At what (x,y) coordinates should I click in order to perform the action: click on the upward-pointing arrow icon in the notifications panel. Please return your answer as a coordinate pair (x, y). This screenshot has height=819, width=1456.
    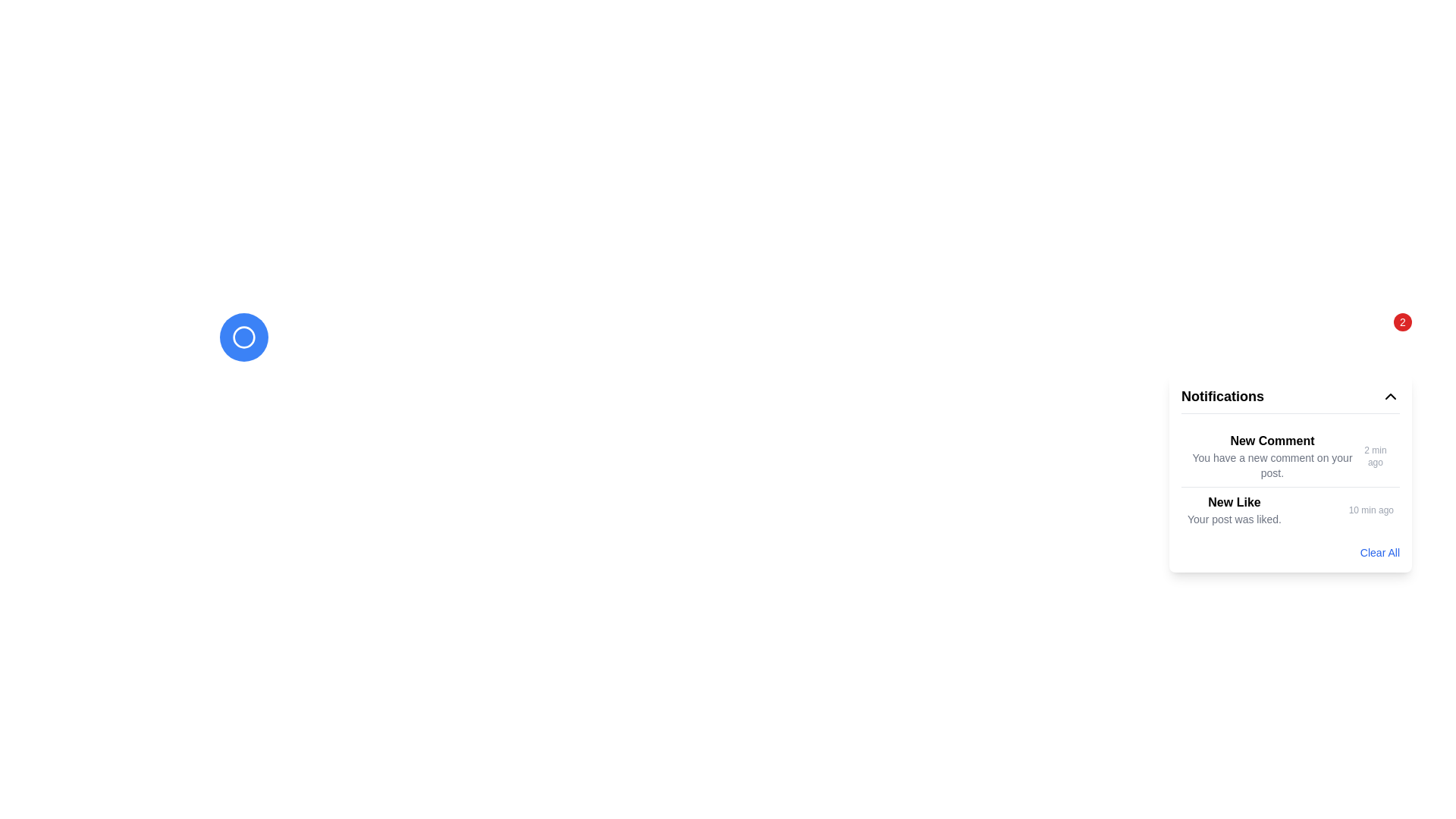
    Looking at the image, I should click on (1390, 396).